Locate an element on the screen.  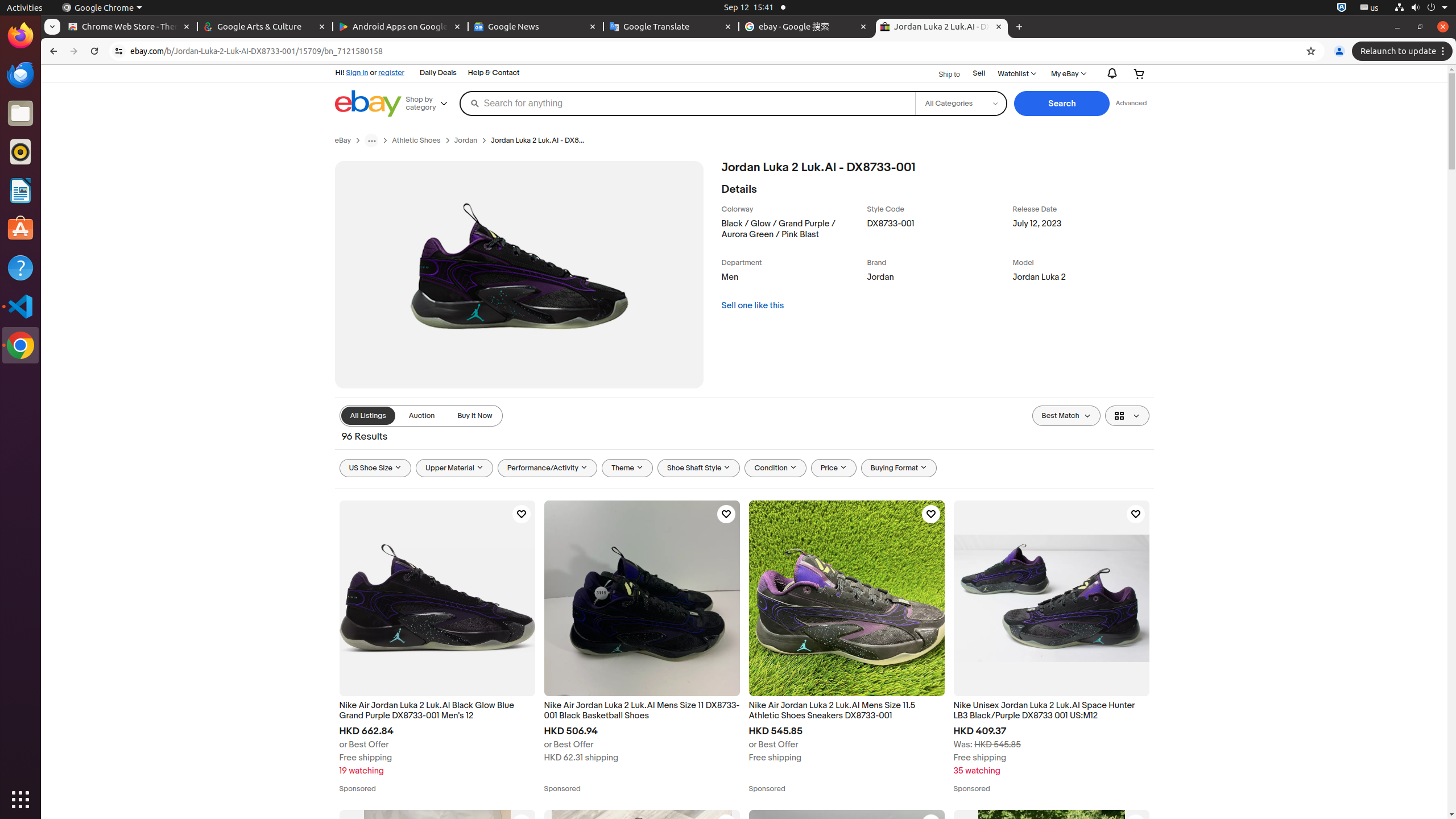
'Nike Air Jordan Luka 2 Luk.Al Black Glow Blue Grand Purple DX8733-001 Men' is located at coordinates (436, 710).